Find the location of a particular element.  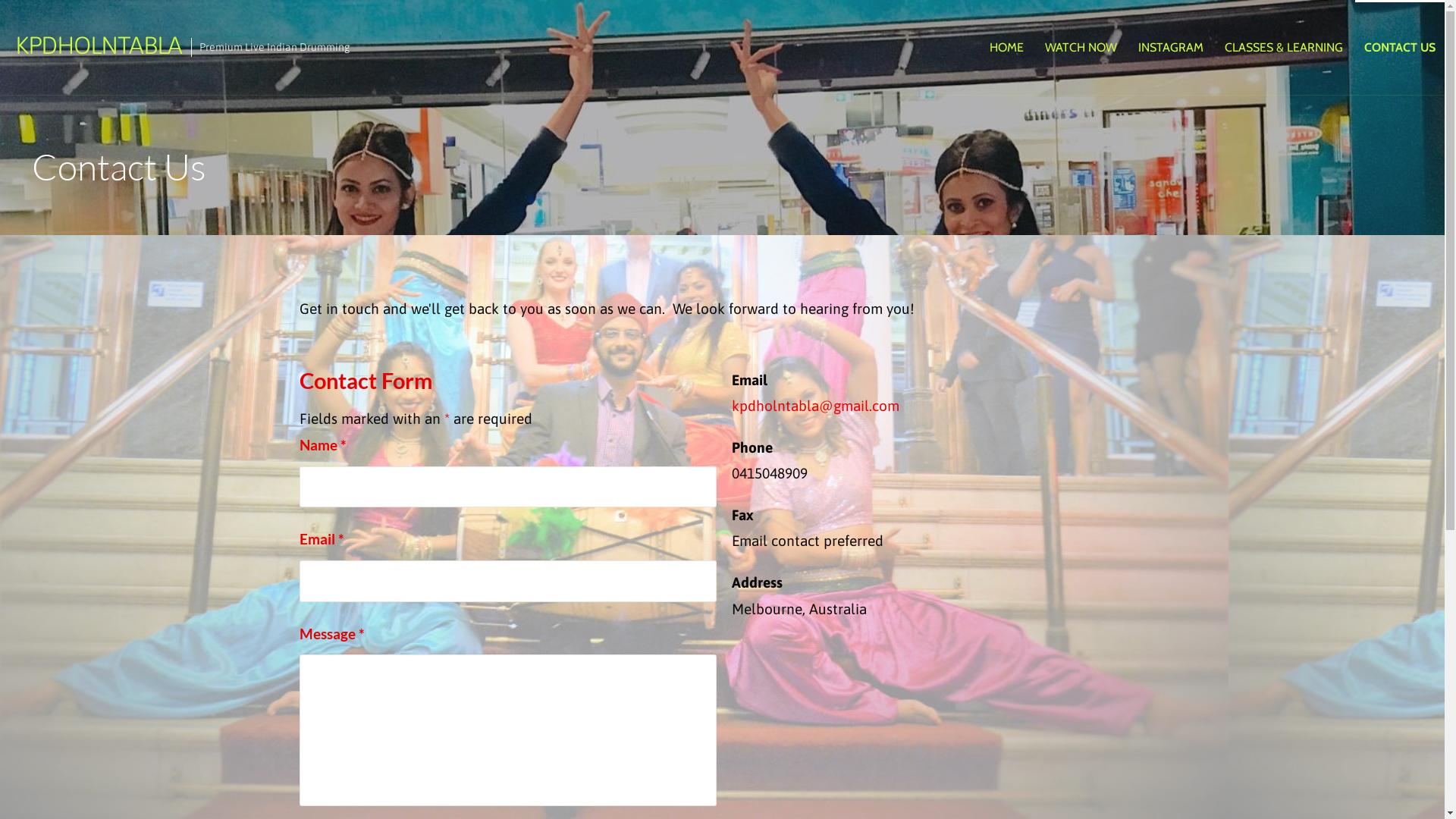

'INSTAGRAM' is located at coordinates (1128, 46).